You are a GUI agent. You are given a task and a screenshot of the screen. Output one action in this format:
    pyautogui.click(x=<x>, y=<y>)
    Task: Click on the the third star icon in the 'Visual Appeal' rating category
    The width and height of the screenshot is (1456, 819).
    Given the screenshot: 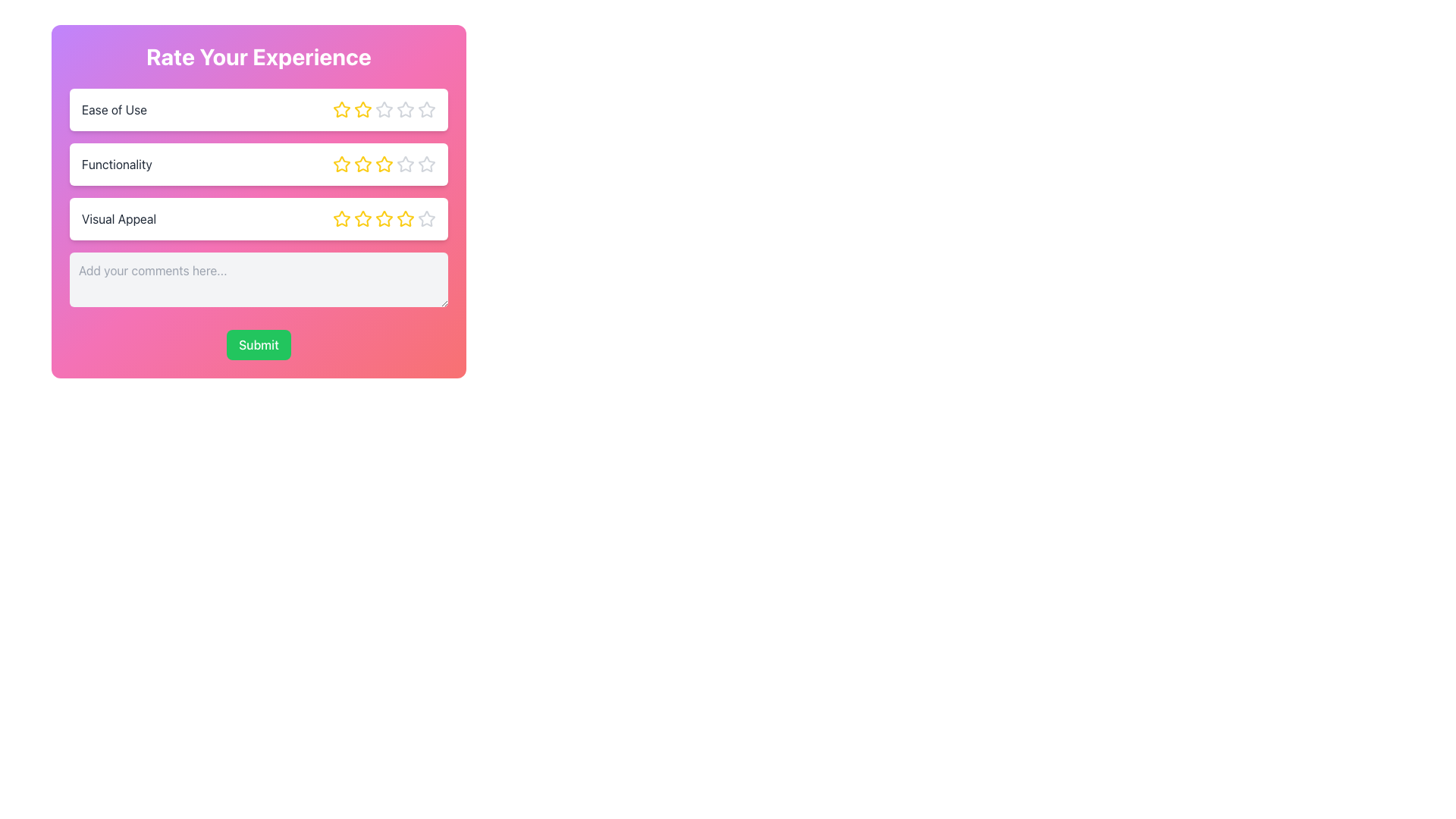 What is the action you would take?
    pyautogui.click(x=384, y=219)
    